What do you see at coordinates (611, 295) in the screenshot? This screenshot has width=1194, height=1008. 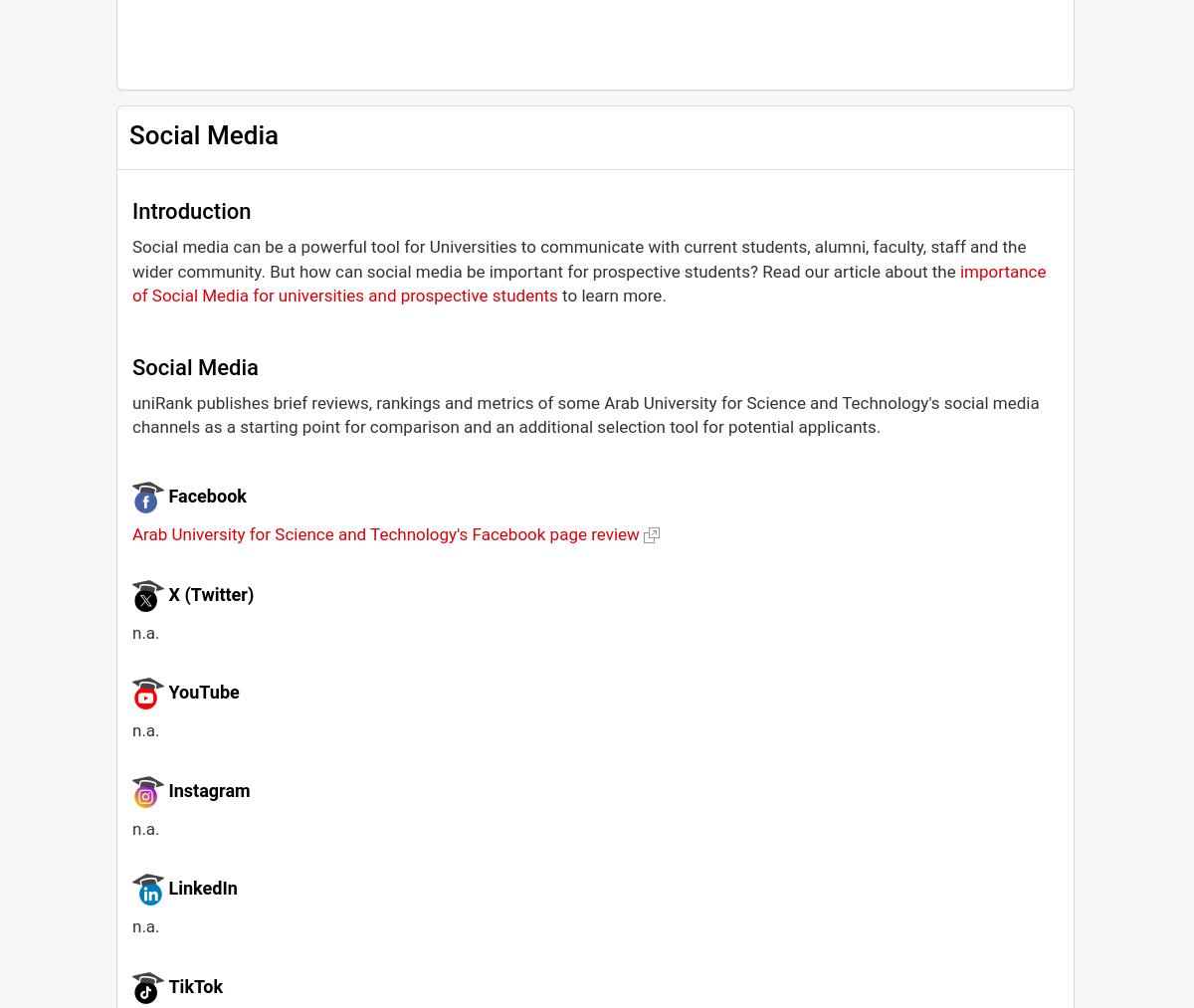 I see `'to learn more.'` at bounding box center [611, 295].